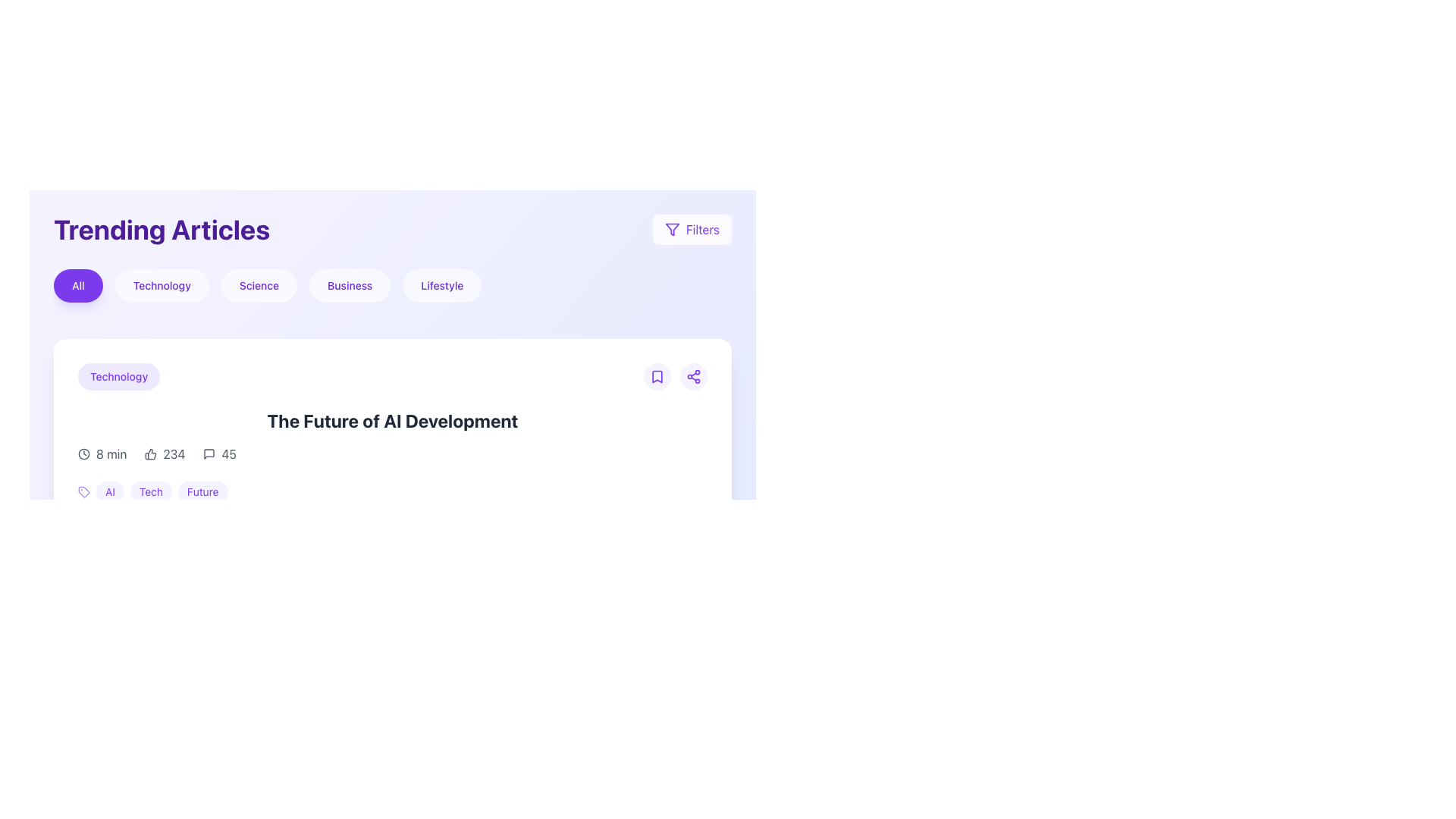 The width and height of the screenshot is (1456, 819). I want to click on the 'Science' button located in the horizontal list of category buttons under the 'Trending Articles' heading, so click(259, 286).